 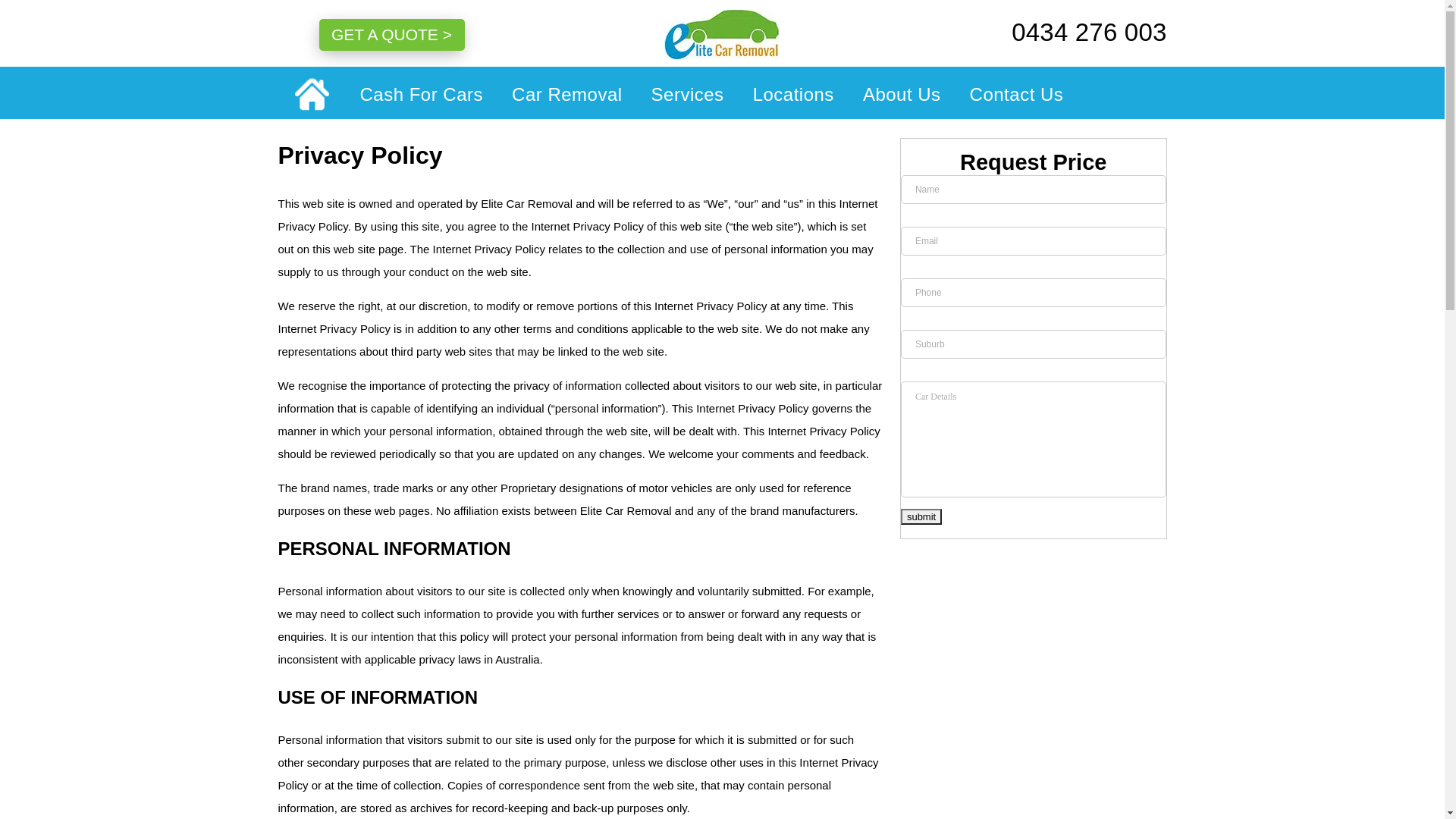 What do you see at coordinates (902, 93) in the screenshot?
I see `'About Us'` at bounding box center [902, 93].